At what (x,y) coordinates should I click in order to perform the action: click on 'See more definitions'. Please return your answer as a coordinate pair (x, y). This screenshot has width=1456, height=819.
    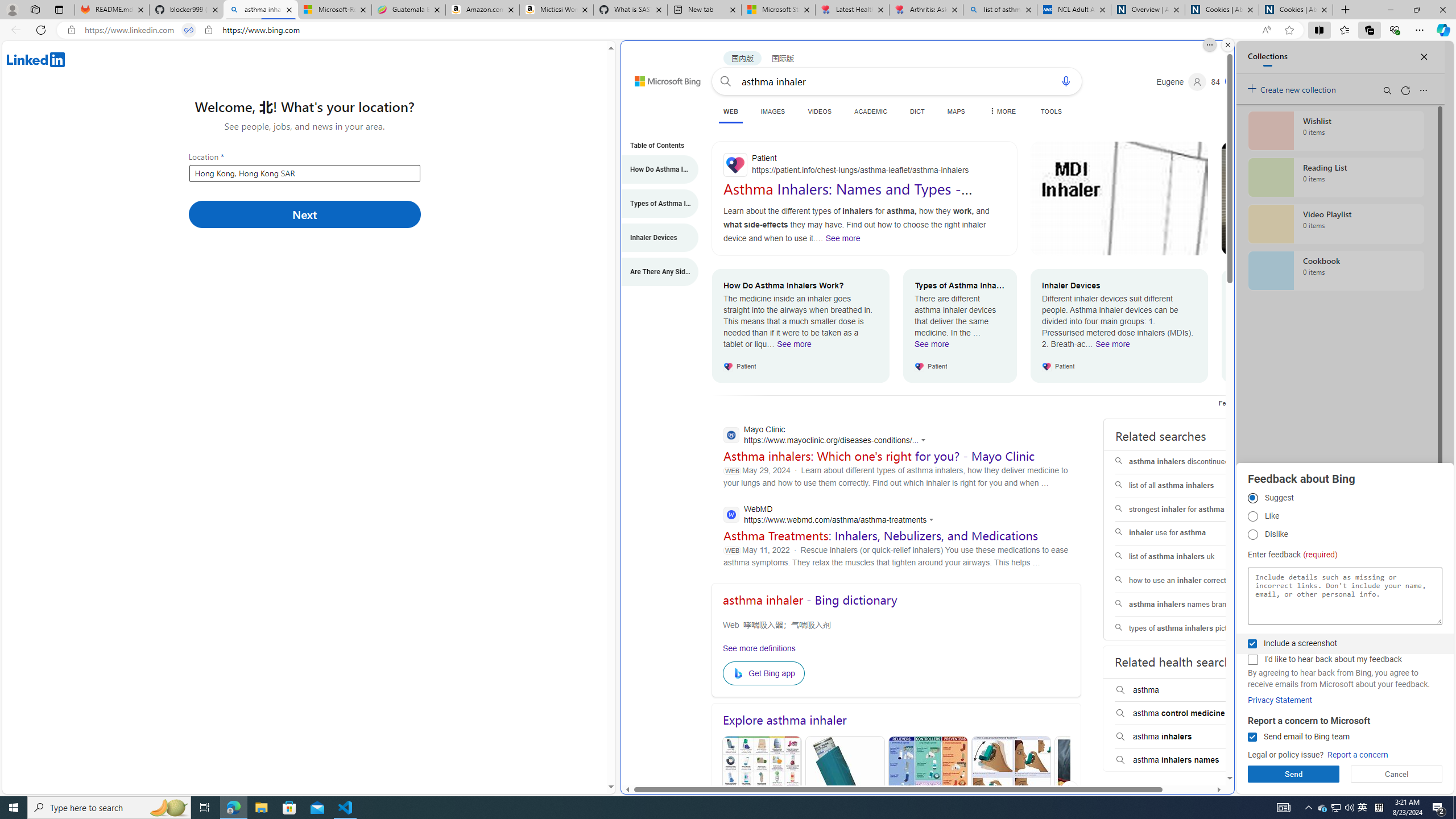
    Looking at the image, I should click on (758, 647).